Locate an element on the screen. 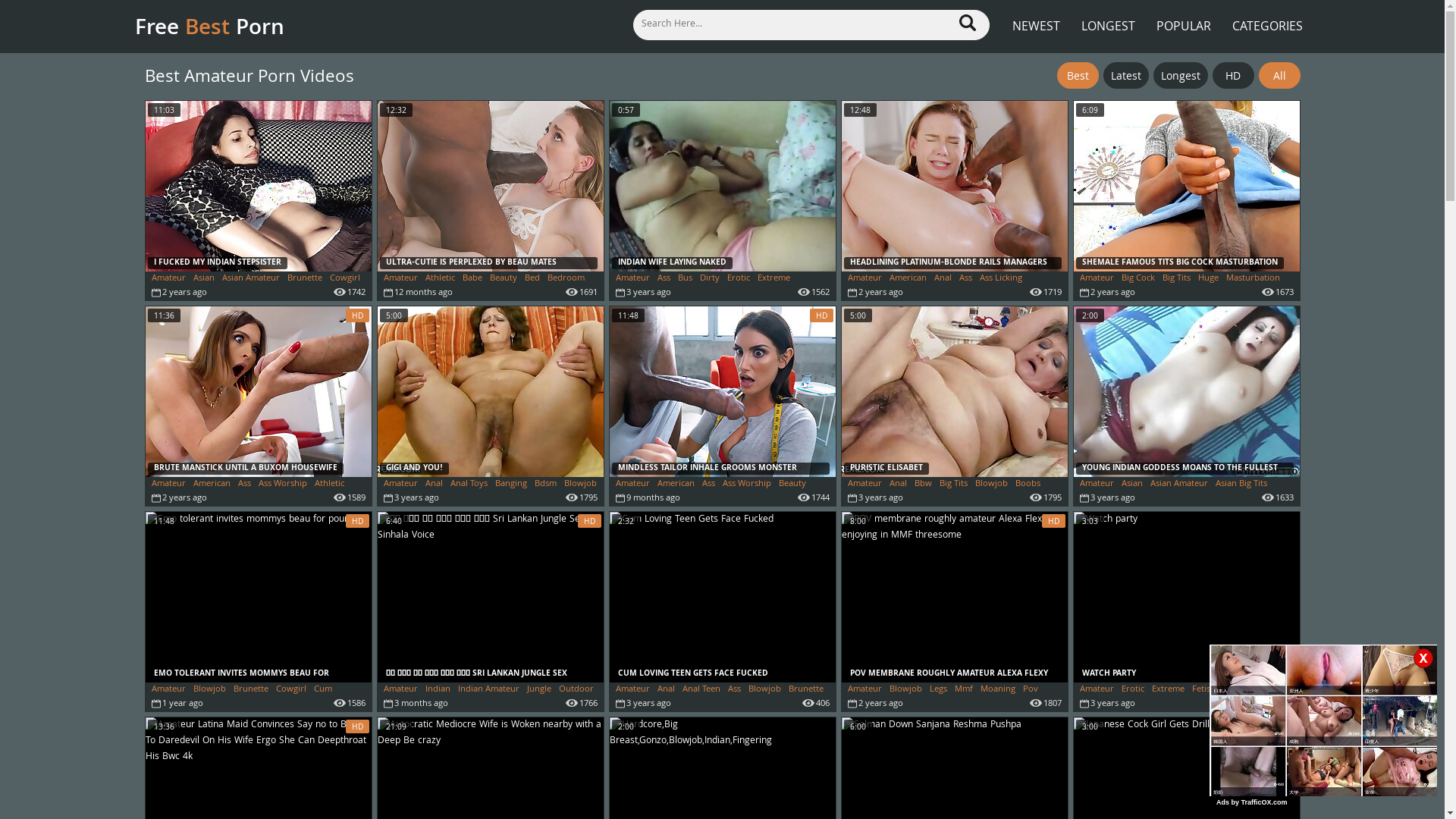 The height and width of the screenshot is (819, 1456). 'SHEMALE FAMOUS TITS BIG COCK MASTURBATION' is located at coordinates (1185, 185).